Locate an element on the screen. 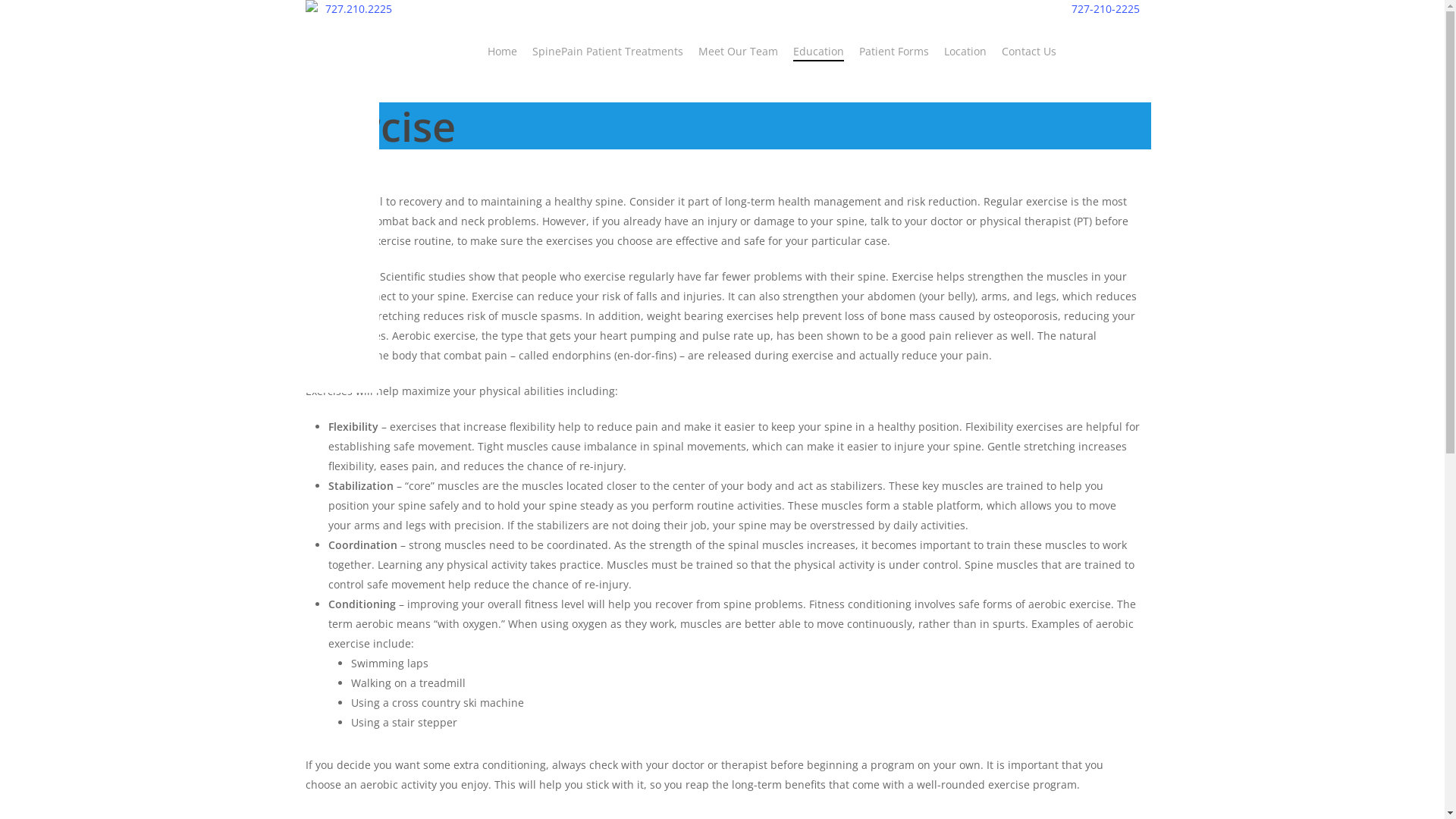  'Meet Our Team' is located at coordinates (737, 51).